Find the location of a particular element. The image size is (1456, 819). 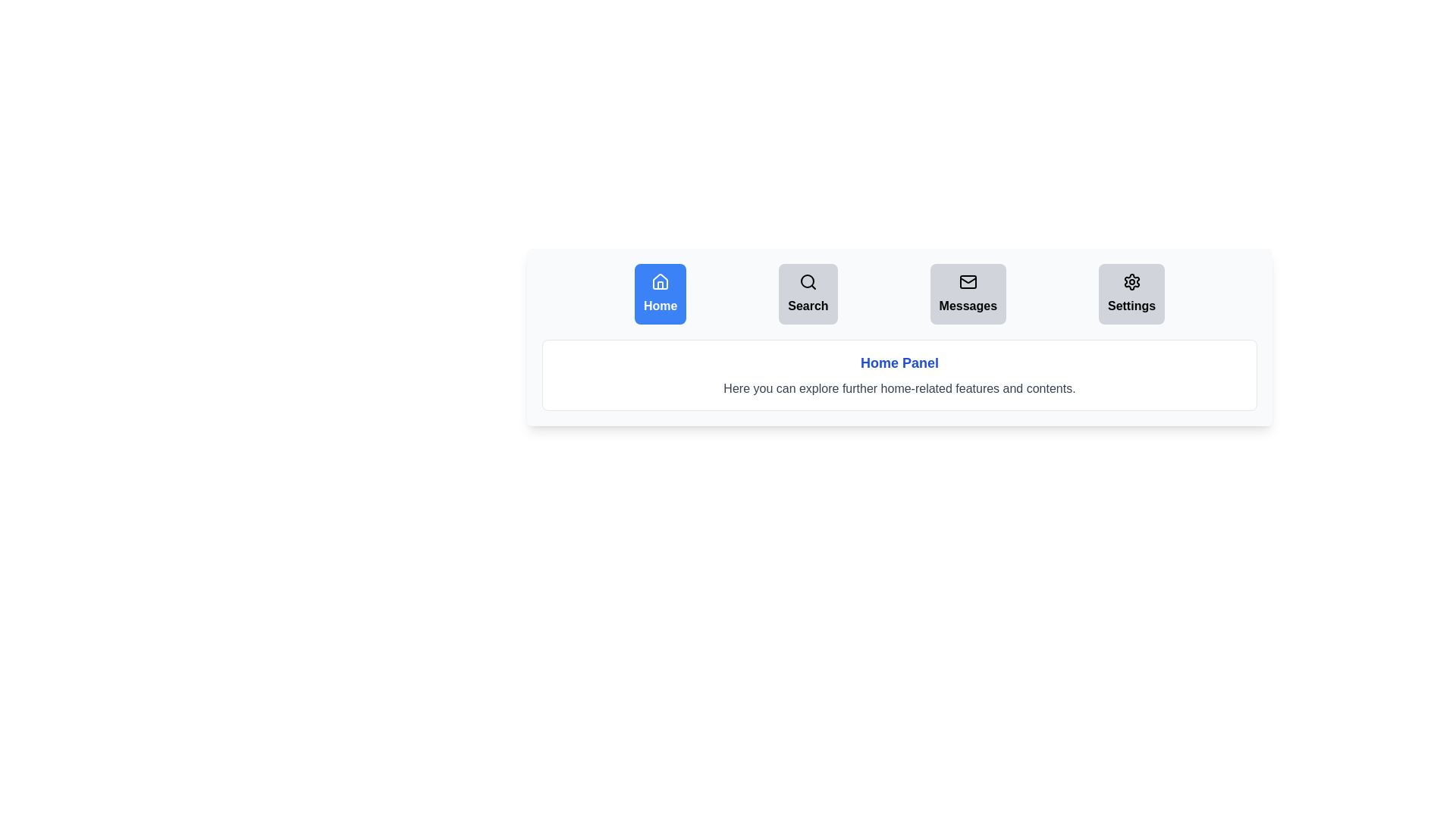

the Static Text element located beneath the title 'Home Panel' in the 'Home Panel' section is located at coordinates (899, 388).